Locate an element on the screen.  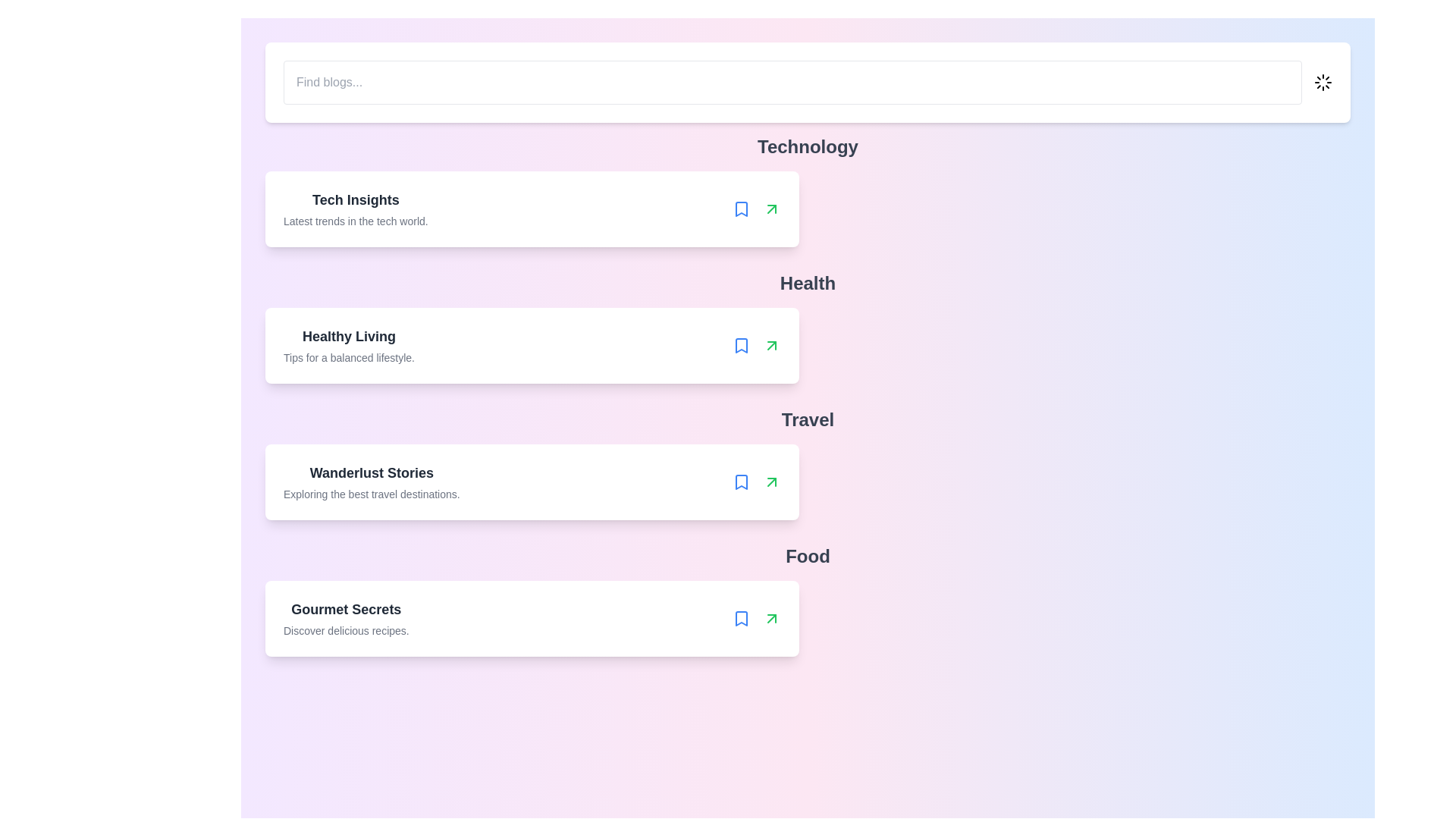
the upward right arrow icon in the 'Wanderlust Stories' card located at the bottom-right corner is located at coordinates (756, 482).